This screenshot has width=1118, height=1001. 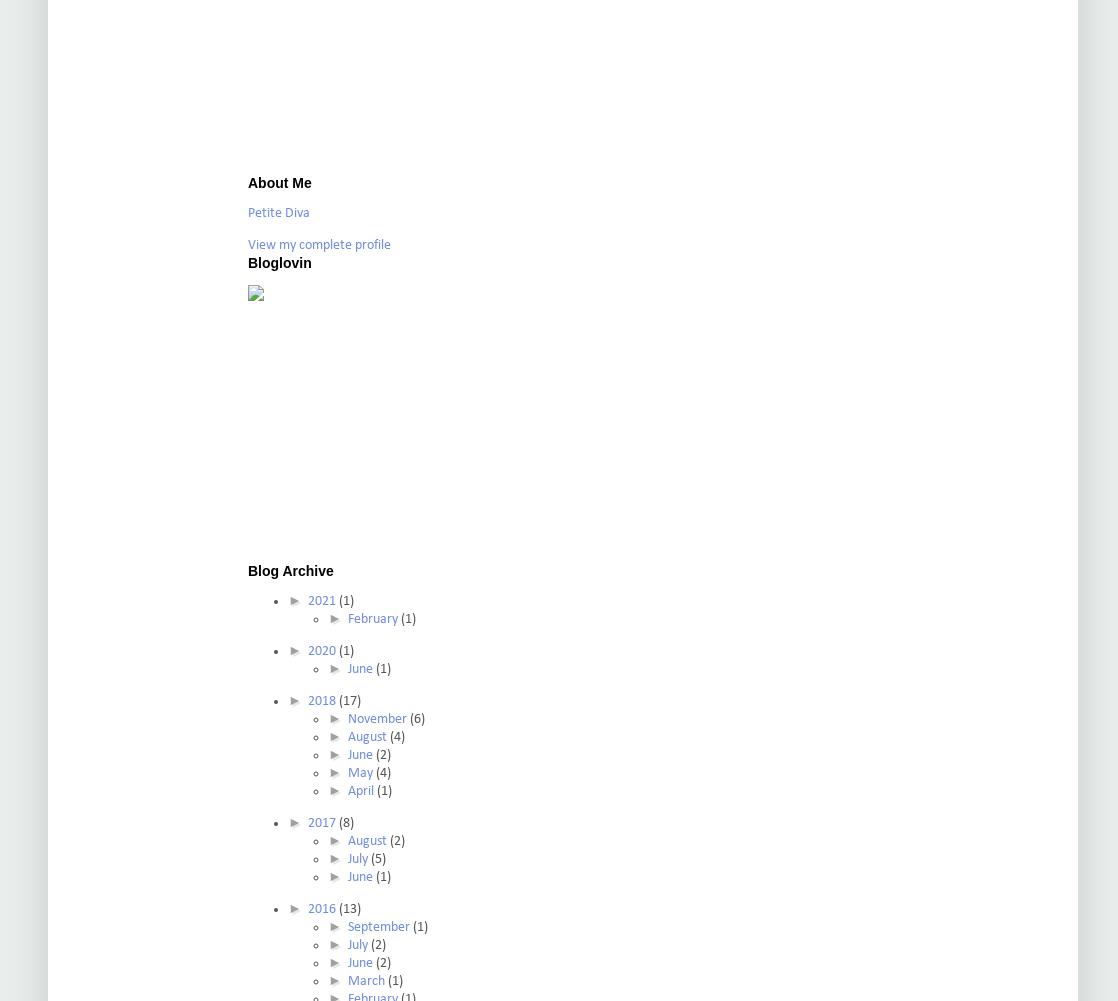 What do you see at coordinates (321, 650) in the screenshot?
I see `'2020'` at bounding box center [321, 650].